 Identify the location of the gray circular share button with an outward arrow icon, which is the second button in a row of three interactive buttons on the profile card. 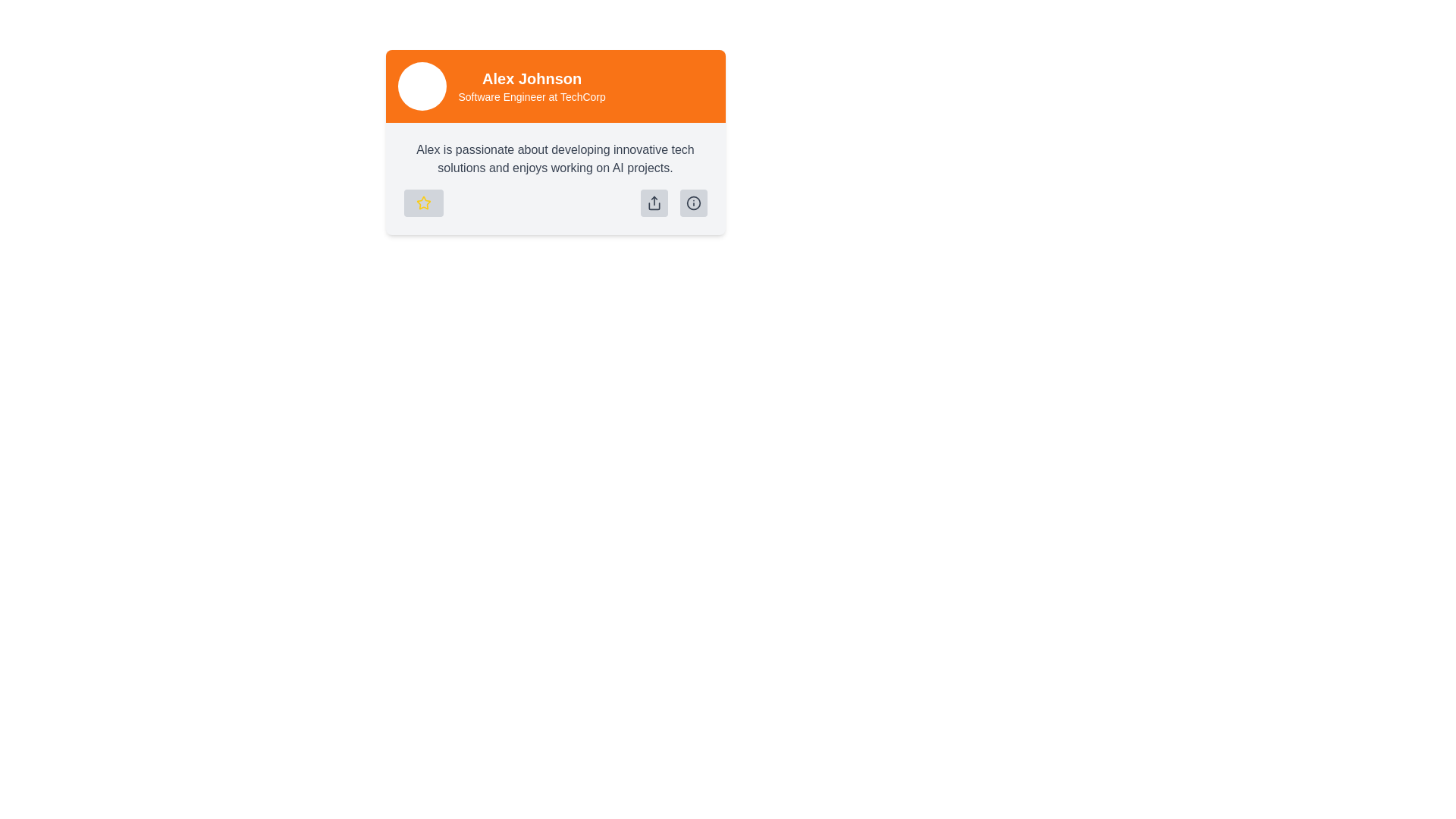
(654, 202).